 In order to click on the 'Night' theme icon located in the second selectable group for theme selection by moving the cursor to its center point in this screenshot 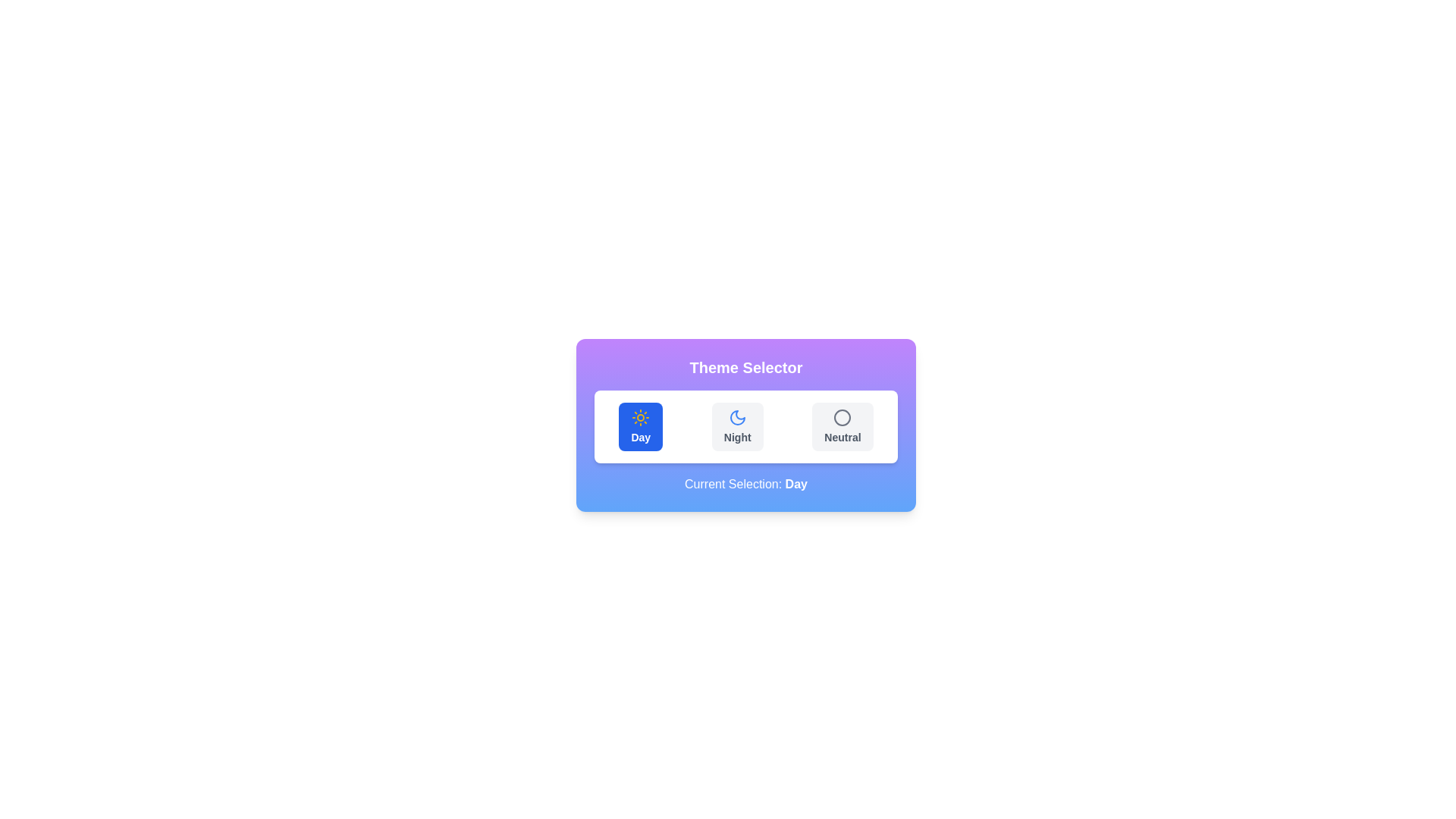, I will do `click(737, 418)`.